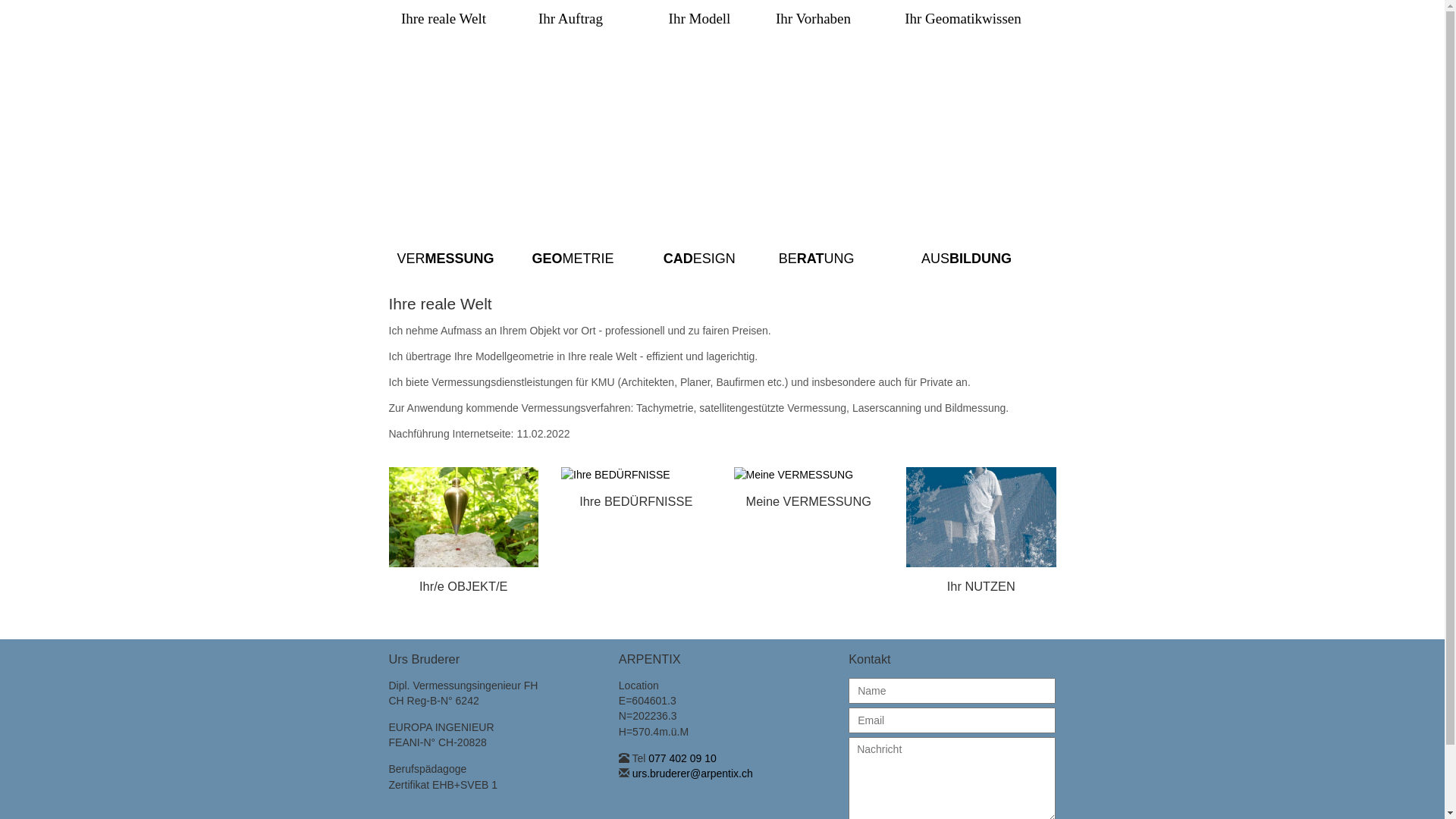  What do you see at coordinates (813, 18) in the screenshot?
I see `'Ihr Vorhaben'` at bounding box center [813, 18].